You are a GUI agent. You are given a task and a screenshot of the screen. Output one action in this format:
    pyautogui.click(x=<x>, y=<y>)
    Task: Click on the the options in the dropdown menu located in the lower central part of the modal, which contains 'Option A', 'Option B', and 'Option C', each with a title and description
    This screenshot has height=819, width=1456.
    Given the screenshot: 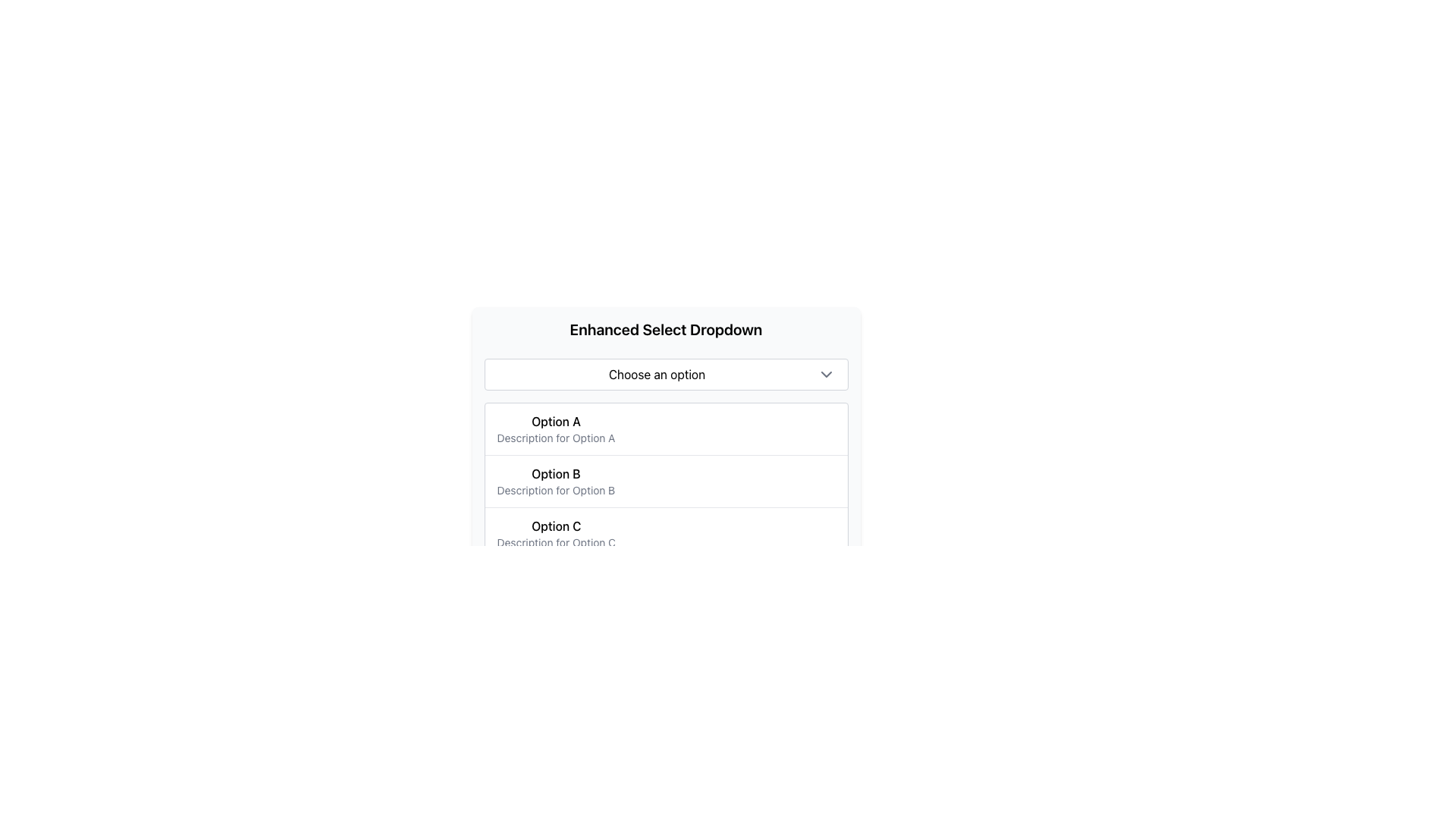 What is the action you would take?
    pyautogui.click(x=666, y=482)
    